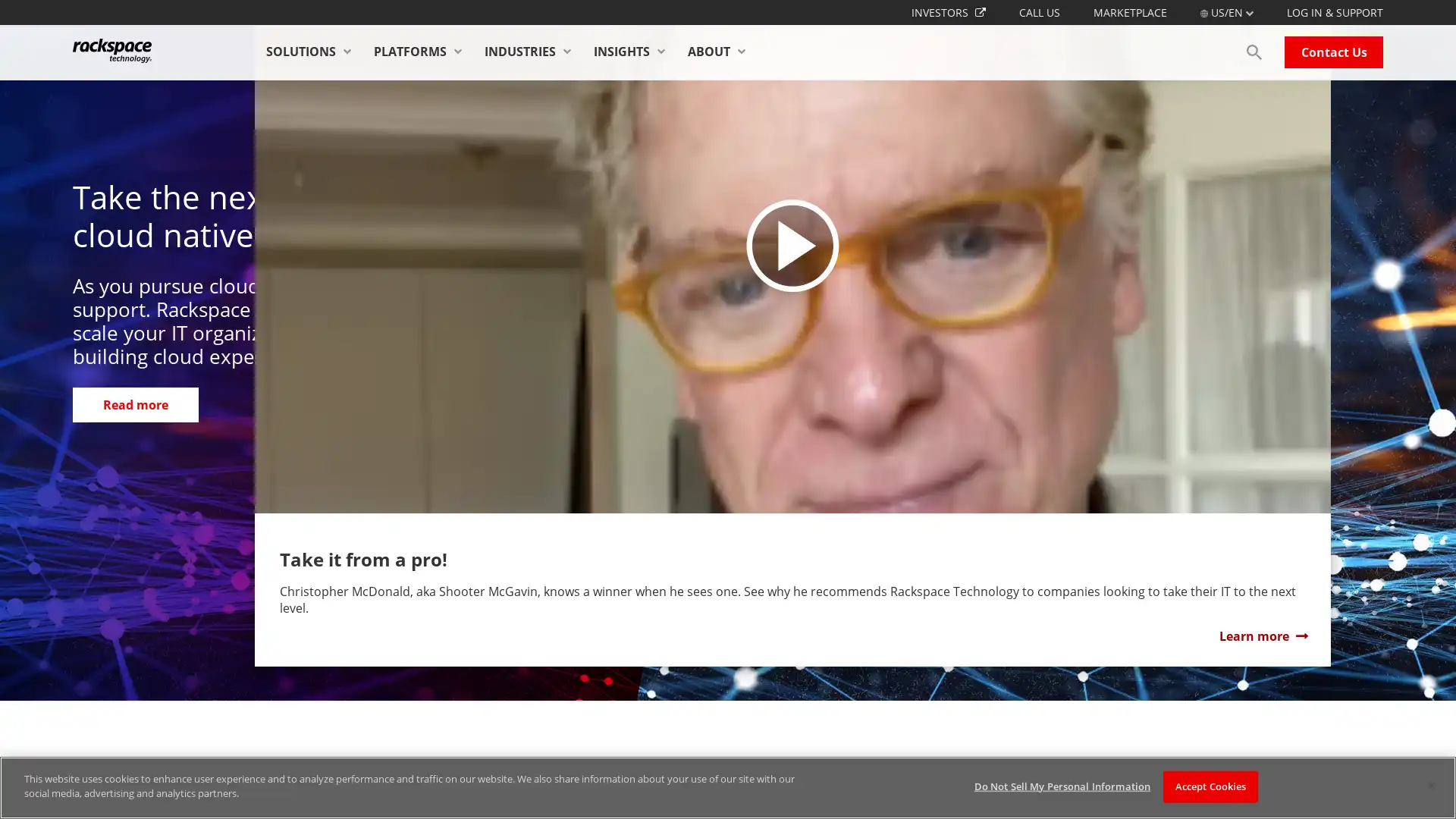  I want to click on Close, so click(1430, 785).